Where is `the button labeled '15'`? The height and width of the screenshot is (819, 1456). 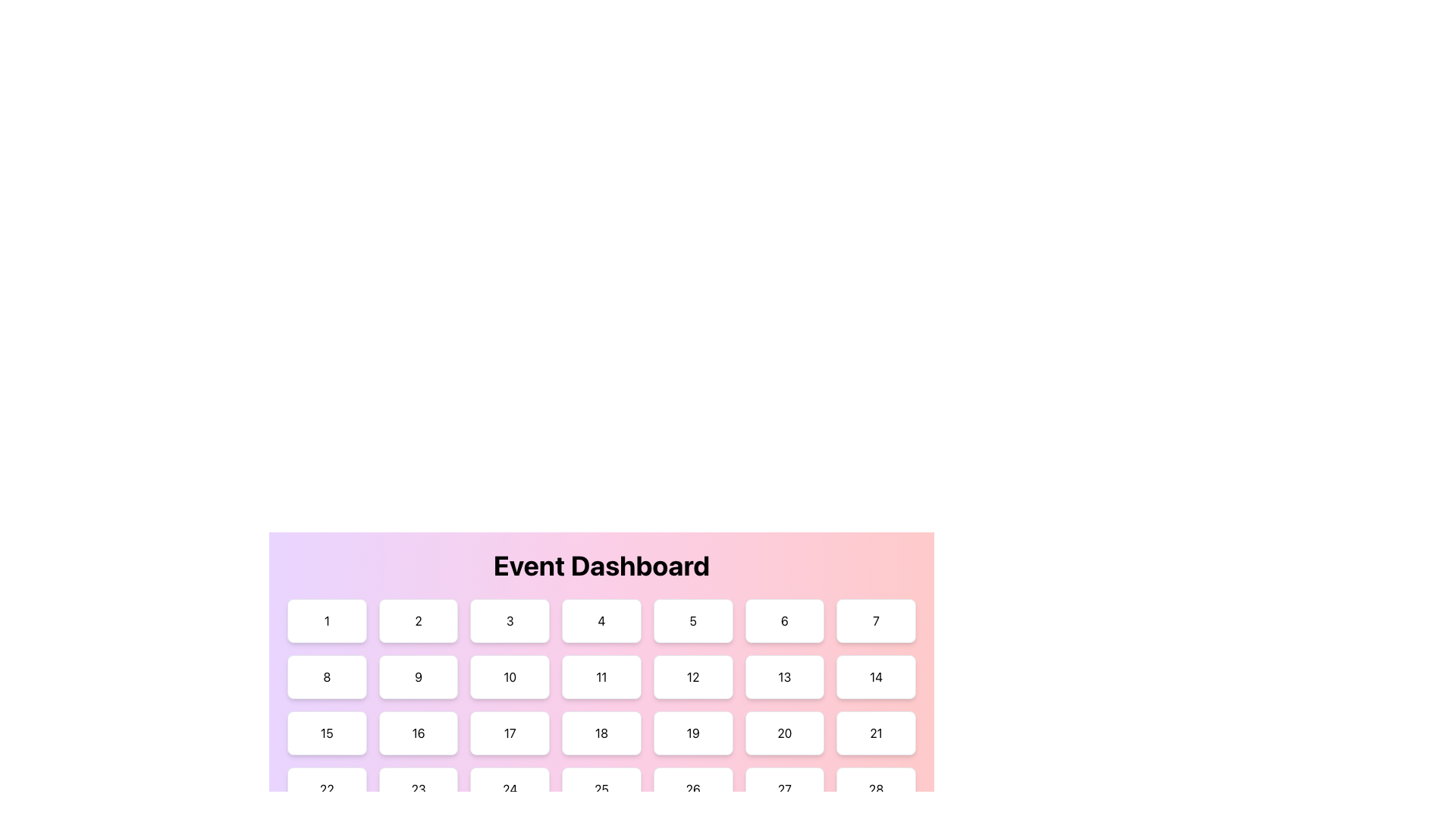
the button labeled '15' is located at coordinates (326, 733).